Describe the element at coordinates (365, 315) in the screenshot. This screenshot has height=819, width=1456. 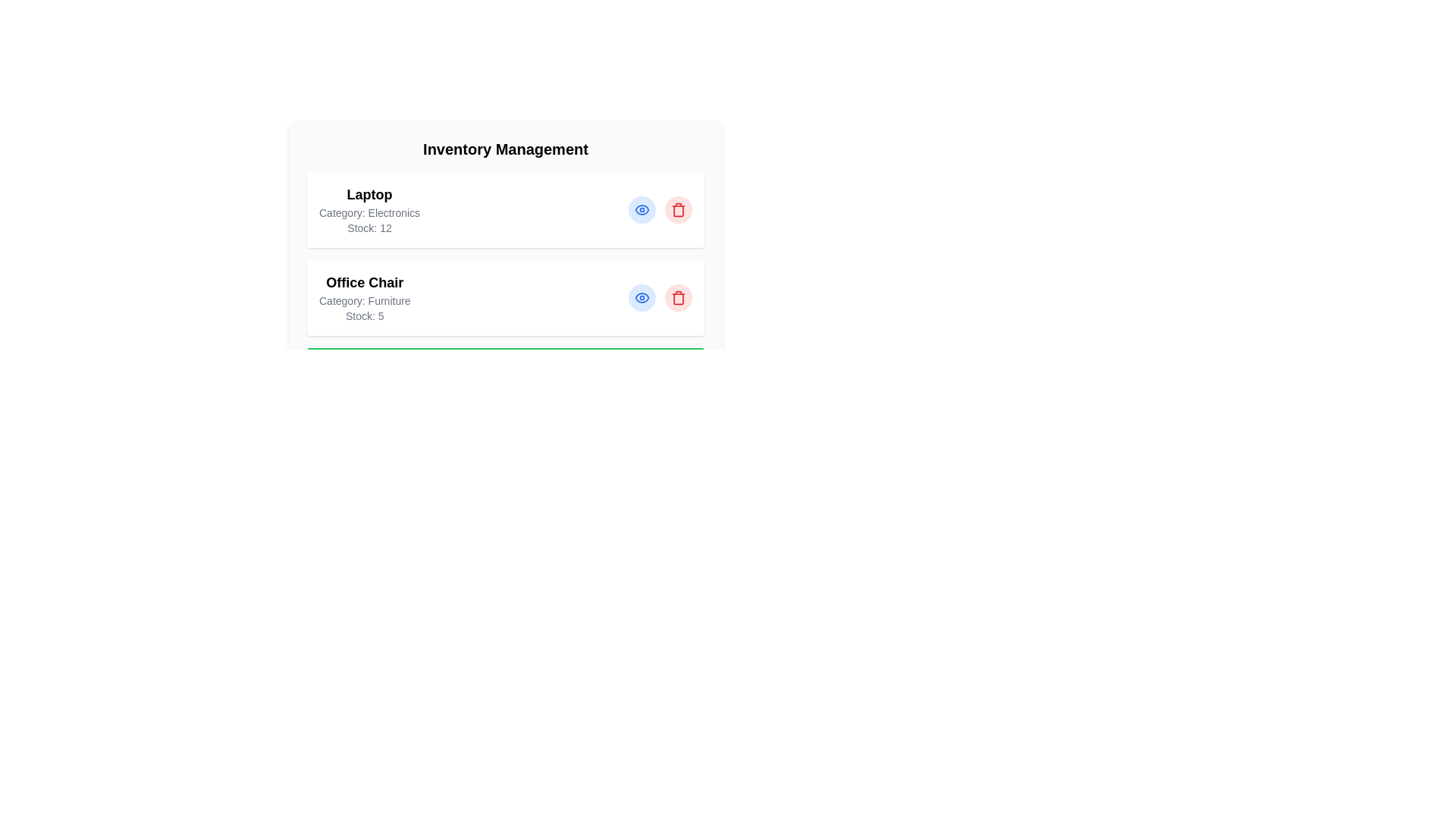
I see `the text Stock: 5 within the component` at that location.